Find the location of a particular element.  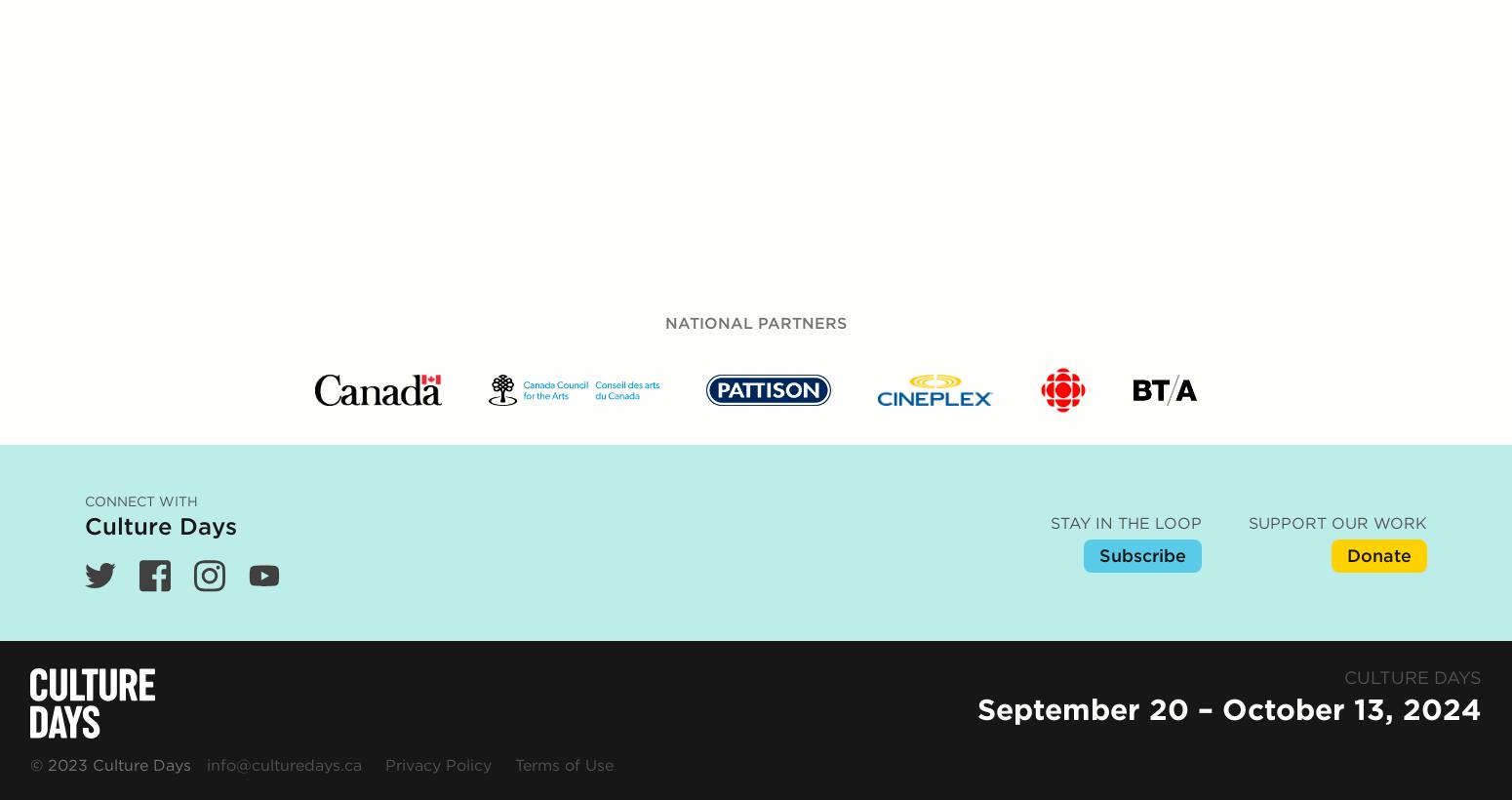

'September 20 – October 13, 2024' is located at coordinates (1228, 290).